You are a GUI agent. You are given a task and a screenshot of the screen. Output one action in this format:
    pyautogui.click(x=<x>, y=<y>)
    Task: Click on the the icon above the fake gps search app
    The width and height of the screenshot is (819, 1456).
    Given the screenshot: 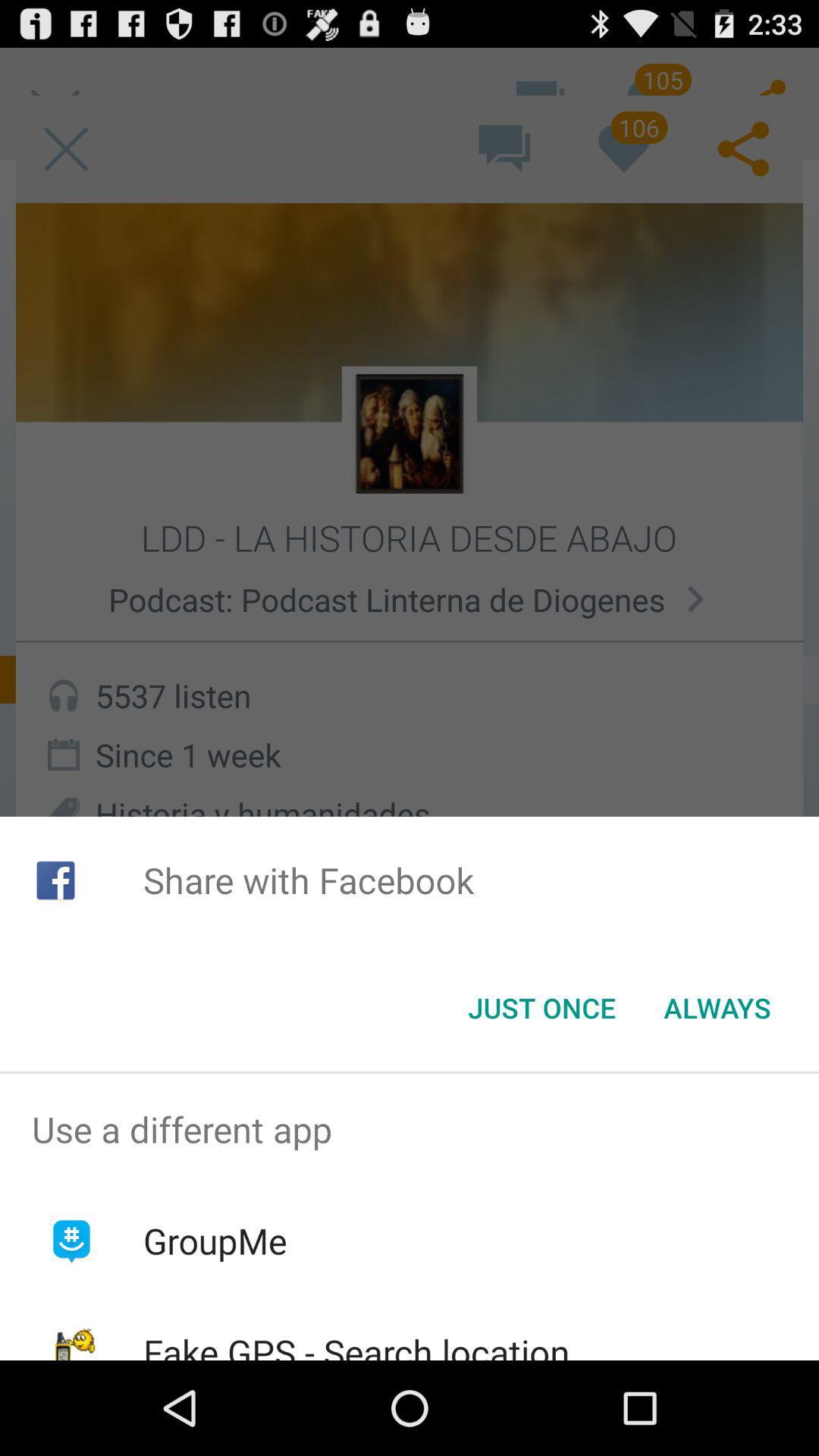 What is the action you would take?
    pyautogui.click(x=215, y=1241)
    